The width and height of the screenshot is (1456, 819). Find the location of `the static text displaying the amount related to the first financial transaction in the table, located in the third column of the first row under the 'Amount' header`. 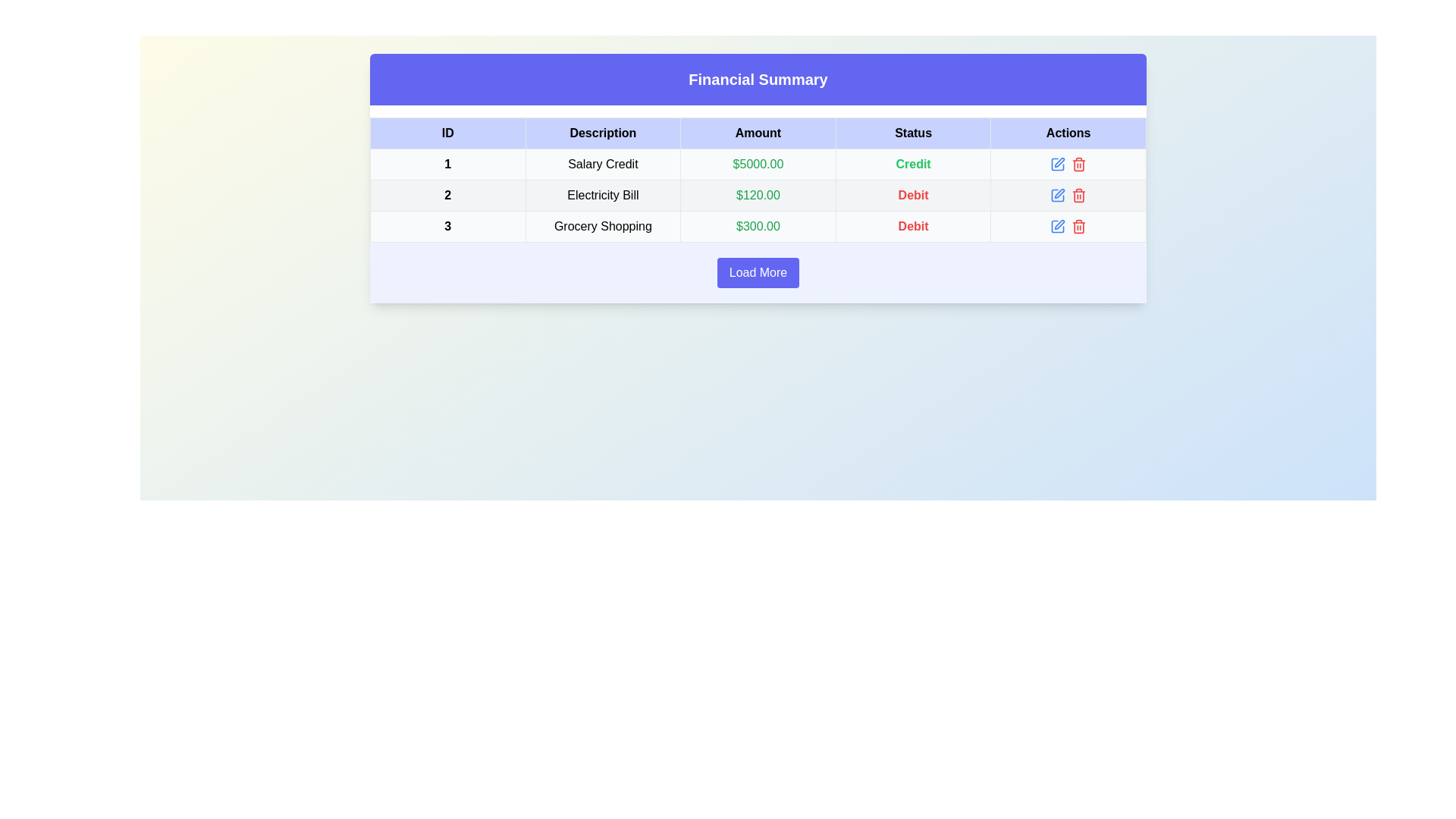

the static text displaying the amount related to the first financial transaction in the table, located in the third column of the first row under the 'Amount' header is located at coordinates (758, 164).